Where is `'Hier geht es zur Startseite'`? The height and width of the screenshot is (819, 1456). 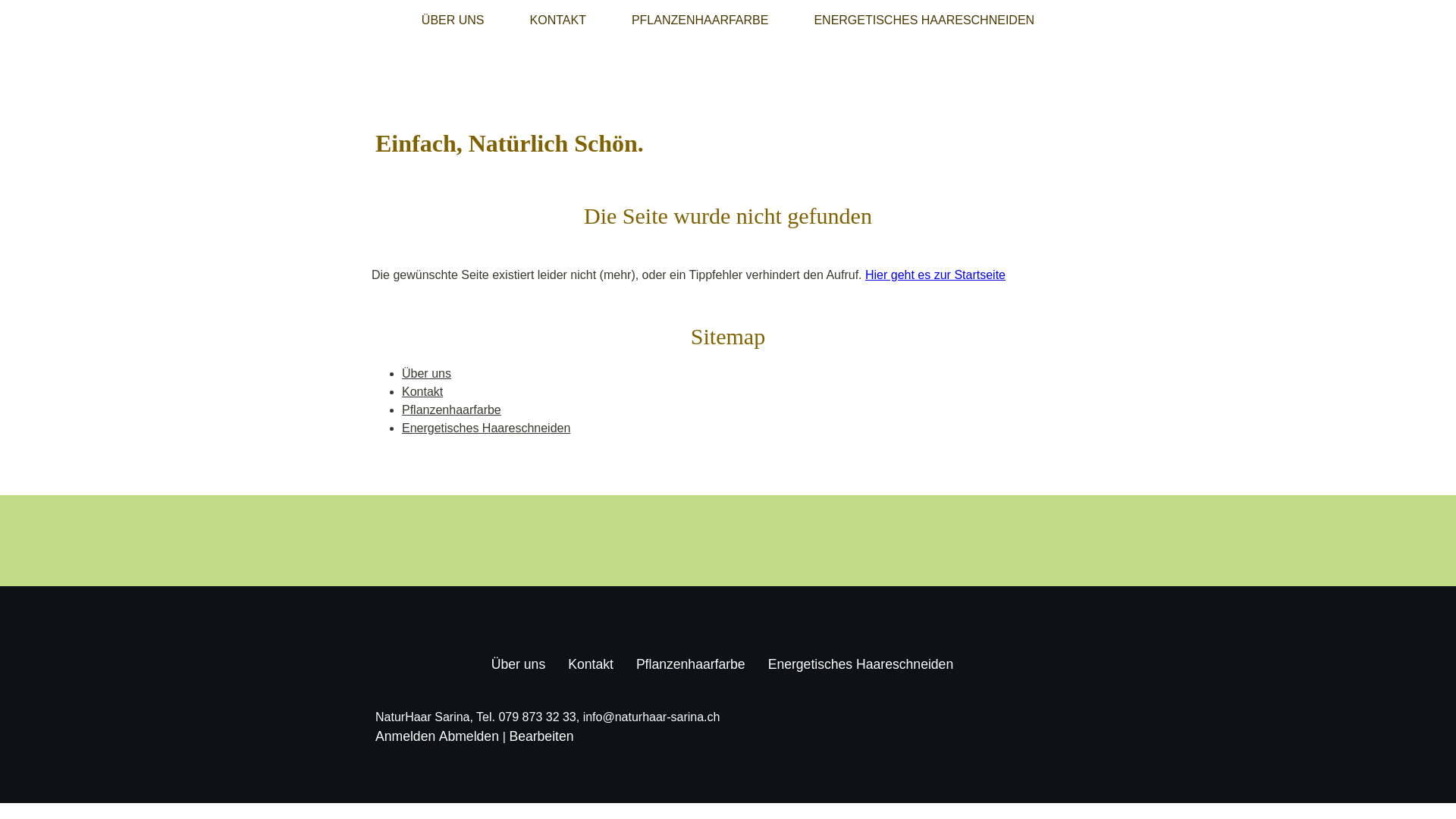 'Hier geht es zur Startseite' is located at coordinates (934, 275).